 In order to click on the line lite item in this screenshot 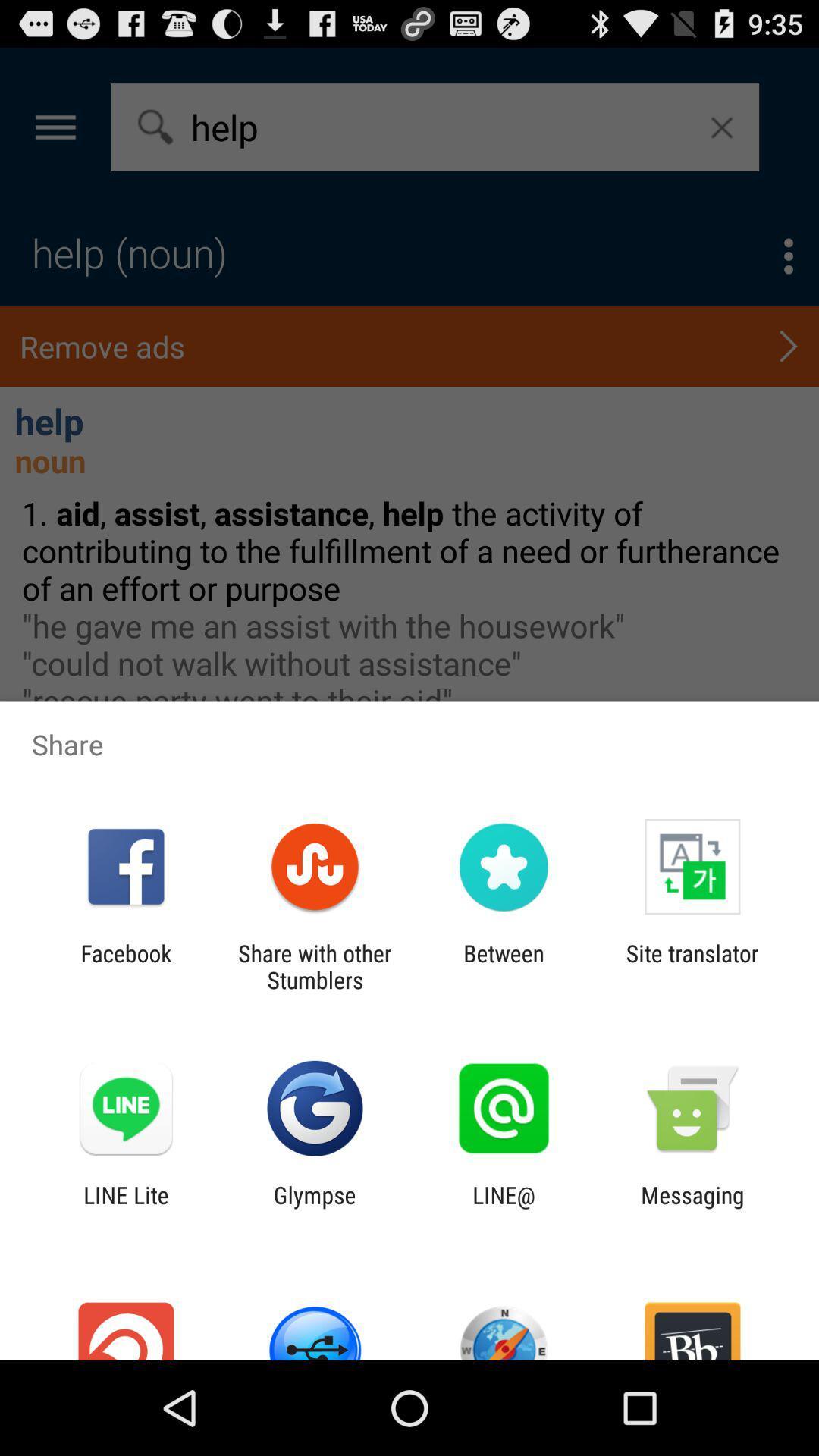, I will do `click(125, 1207)`.